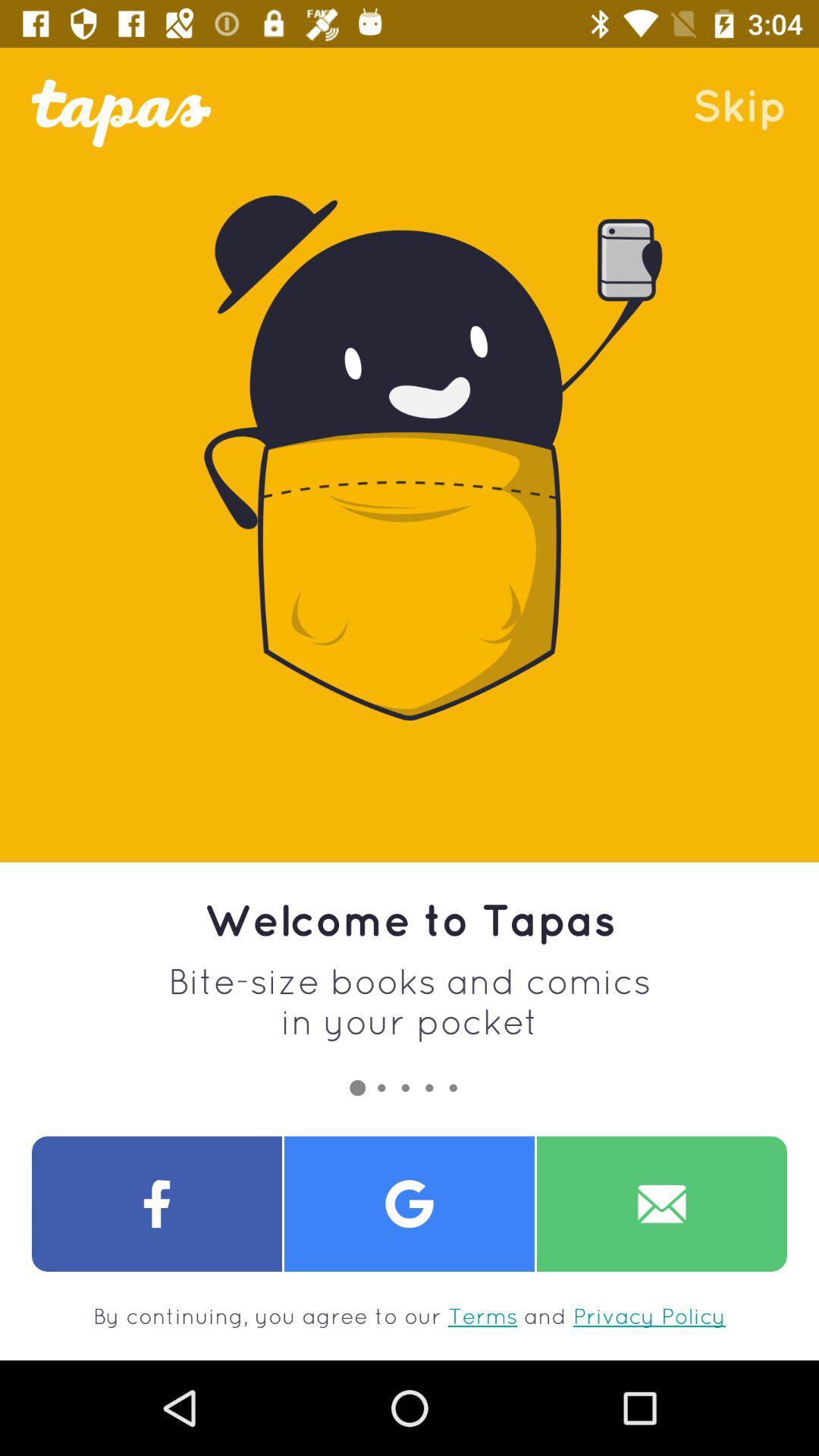 The height and width of the screenshot is (1456, 819). Describe the element at coordinates (409, 1315) in the screenshot. I see `the by continuing you item` at that location.